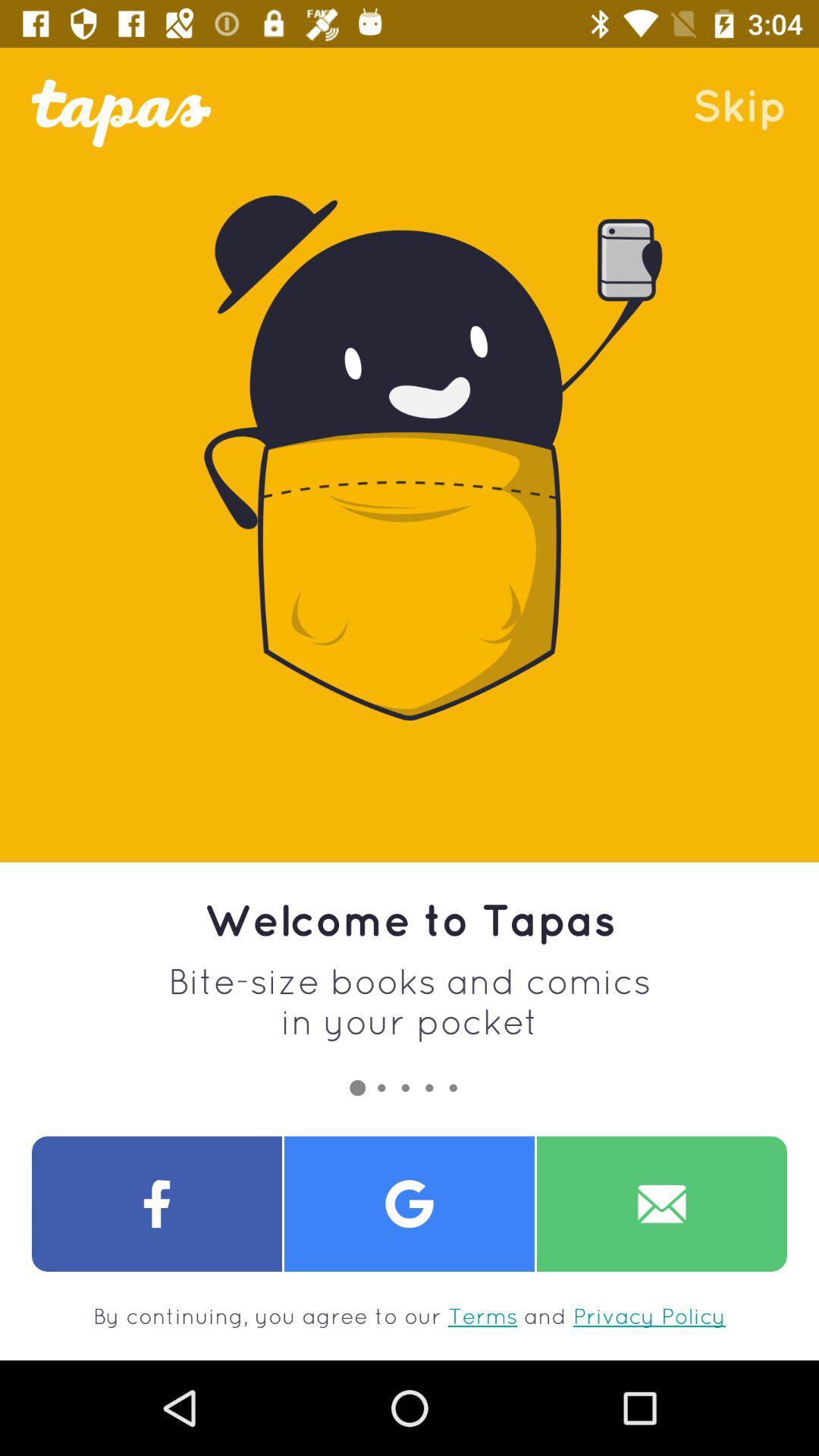 The height and width of the screenshot is (1456, 819). Describe the element at coordinates (409, 1315) in the screenshot. I see `the by continuing you item` at that location.